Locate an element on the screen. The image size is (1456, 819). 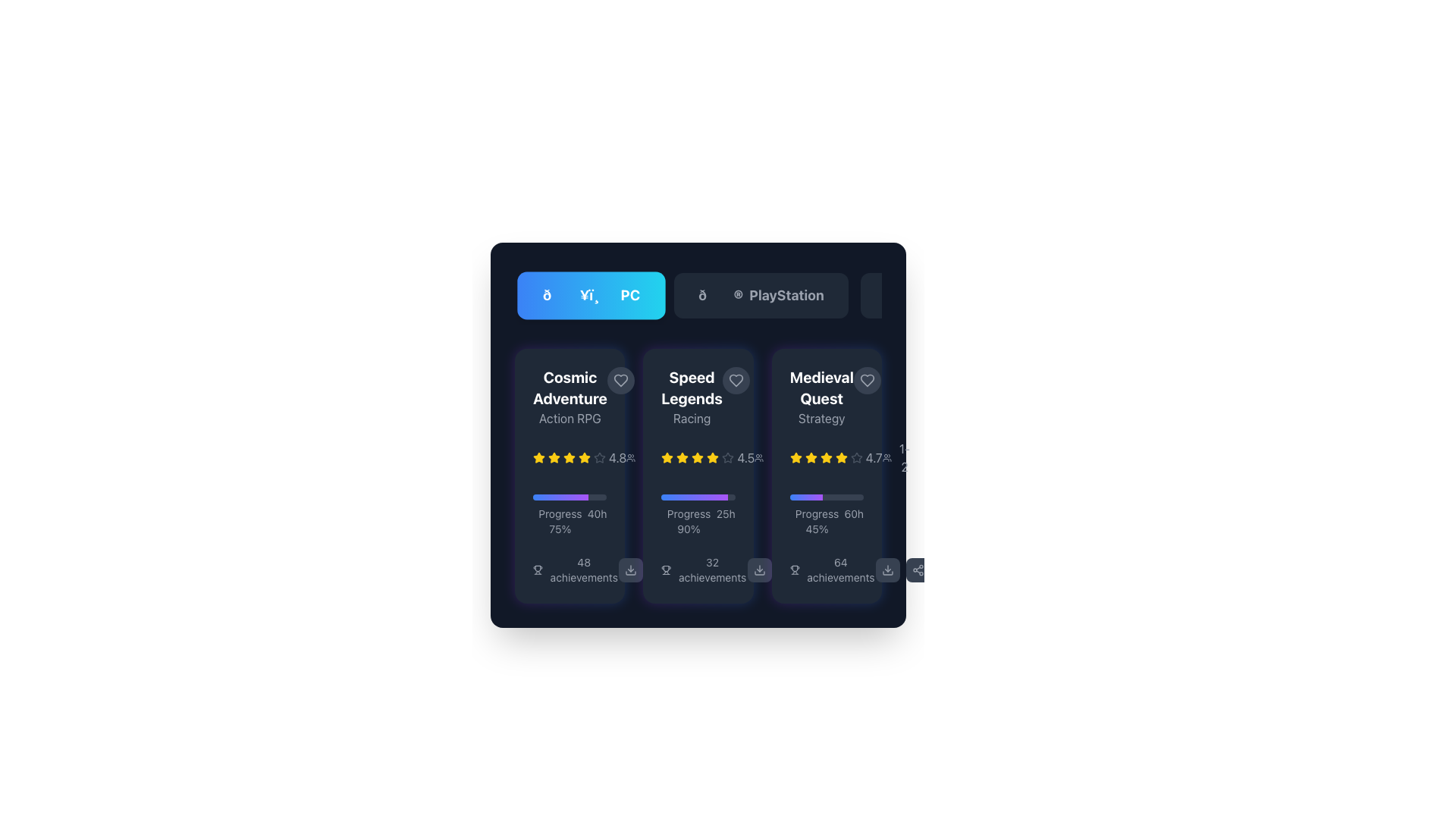
the text label displaying '48 achievements' located in the bottom section of the 'Cosmic Adventure' card is located at coordinates (569, 570).